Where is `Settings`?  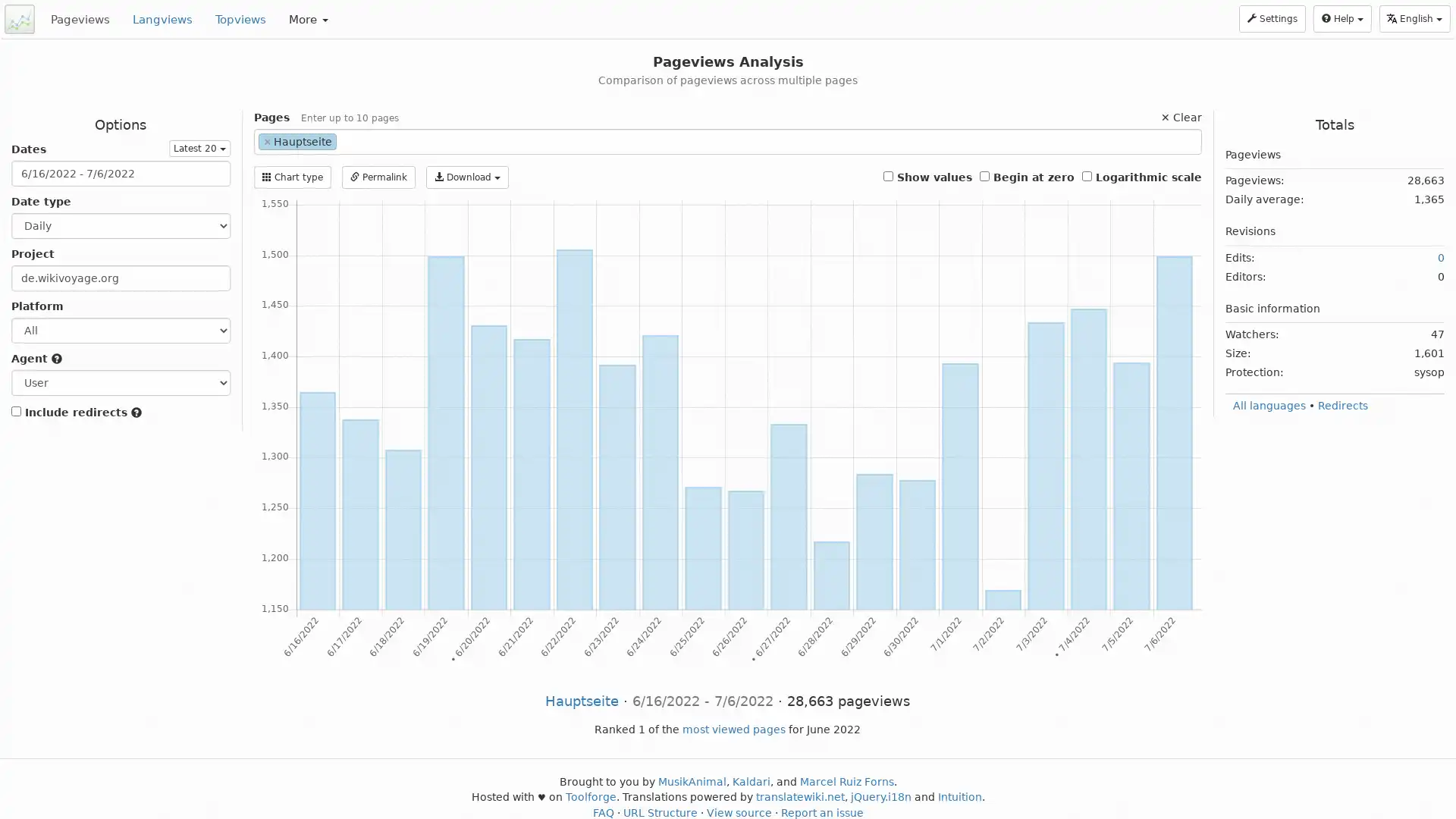 Settings is located at coordinates (1272, 18).